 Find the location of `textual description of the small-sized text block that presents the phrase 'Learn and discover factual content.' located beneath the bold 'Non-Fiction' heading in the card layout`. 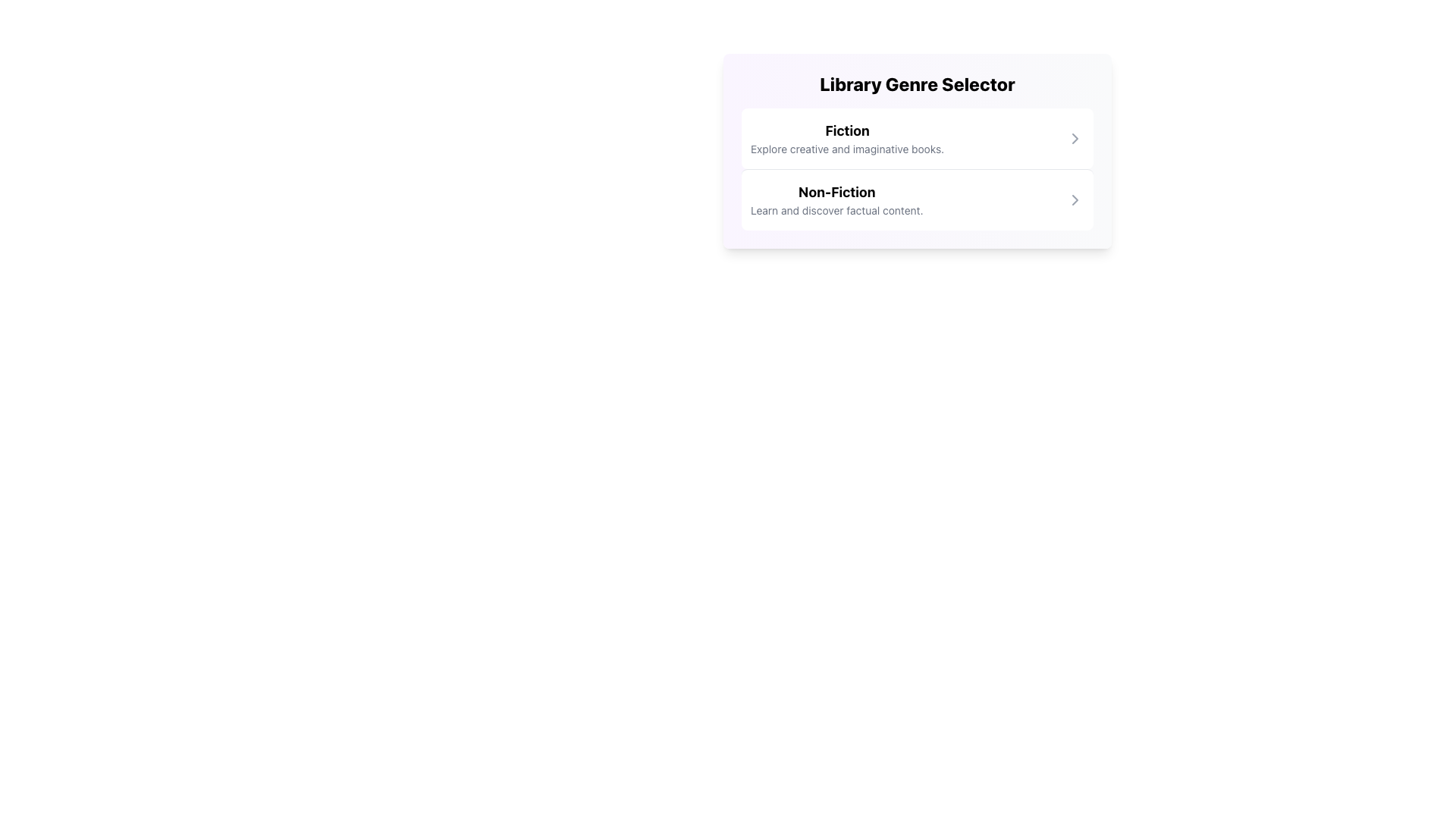

textual description of the small-sized text block that presents the phrase 'Learn and discover factual content.' located beneath the bold 'Non-Fiction' heading in the card layout is located at coordinates (836, 210).